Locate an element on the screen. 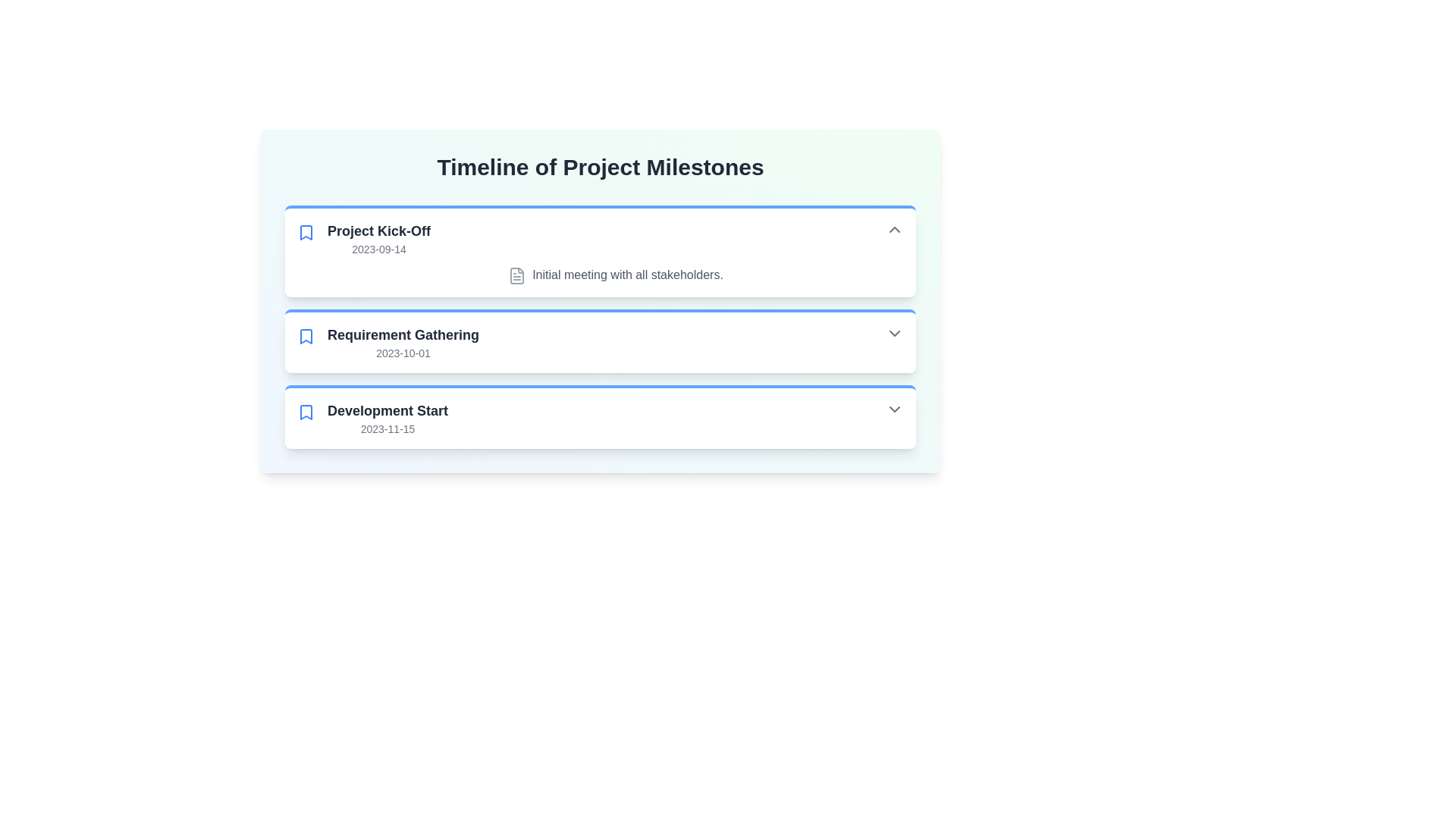 The image size is (1456, 819). the bookmark icon located in the second milestone card of the timeline, positioned to the left of the 'Requirement Gathering' label and above its date (2023-10-01) is located at coordinates (305, 335).